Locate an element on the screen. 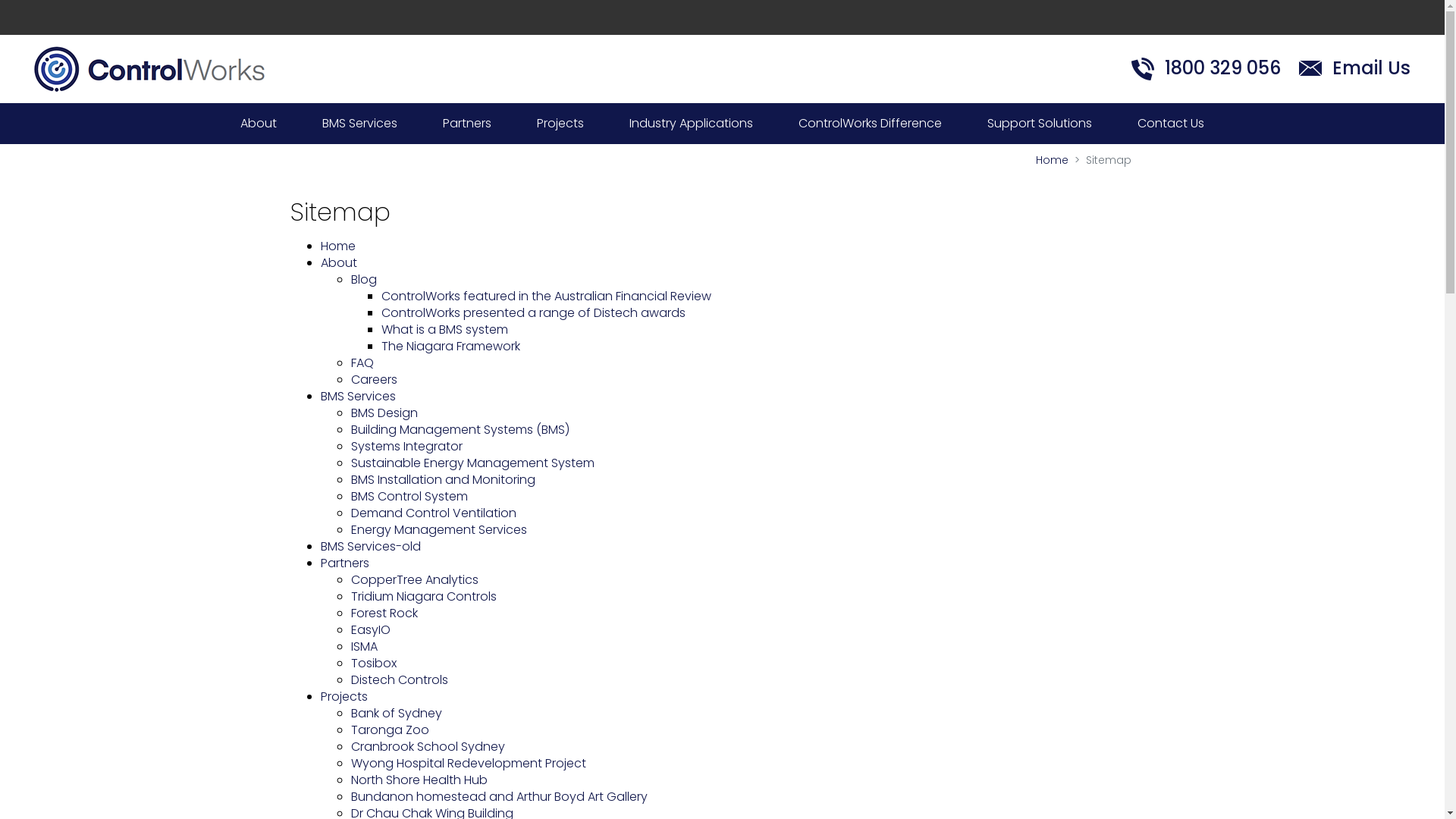 The width and height of the screenshot is (1456, 819). 'Home' is located at coordinates (1051, 160).